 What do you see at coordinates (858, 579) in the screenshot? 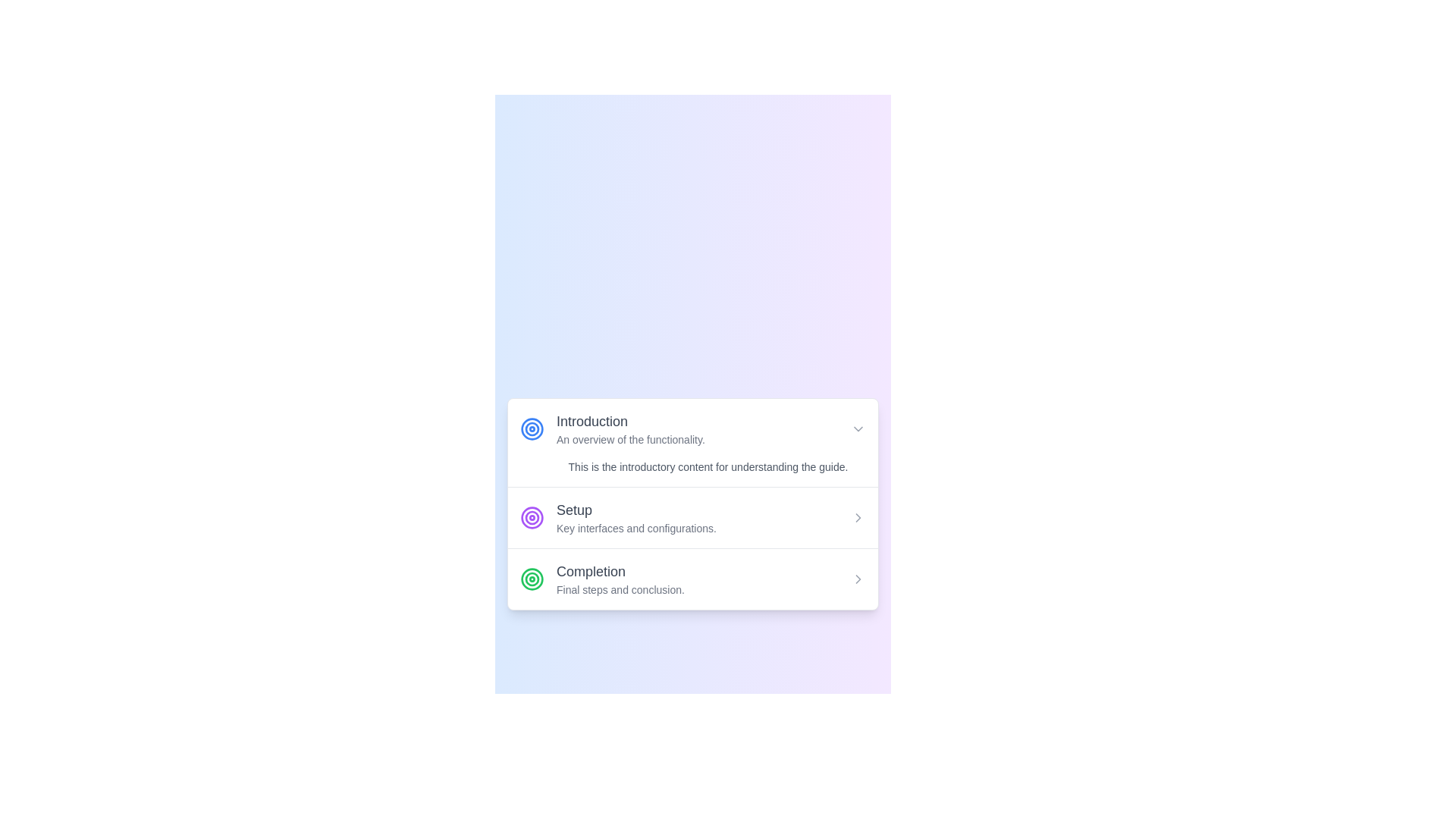
I see `the right-pointing arrow icon indicating navigability for the 'Setup' section, for accessibility purposes` at bounding box center [858, 579].